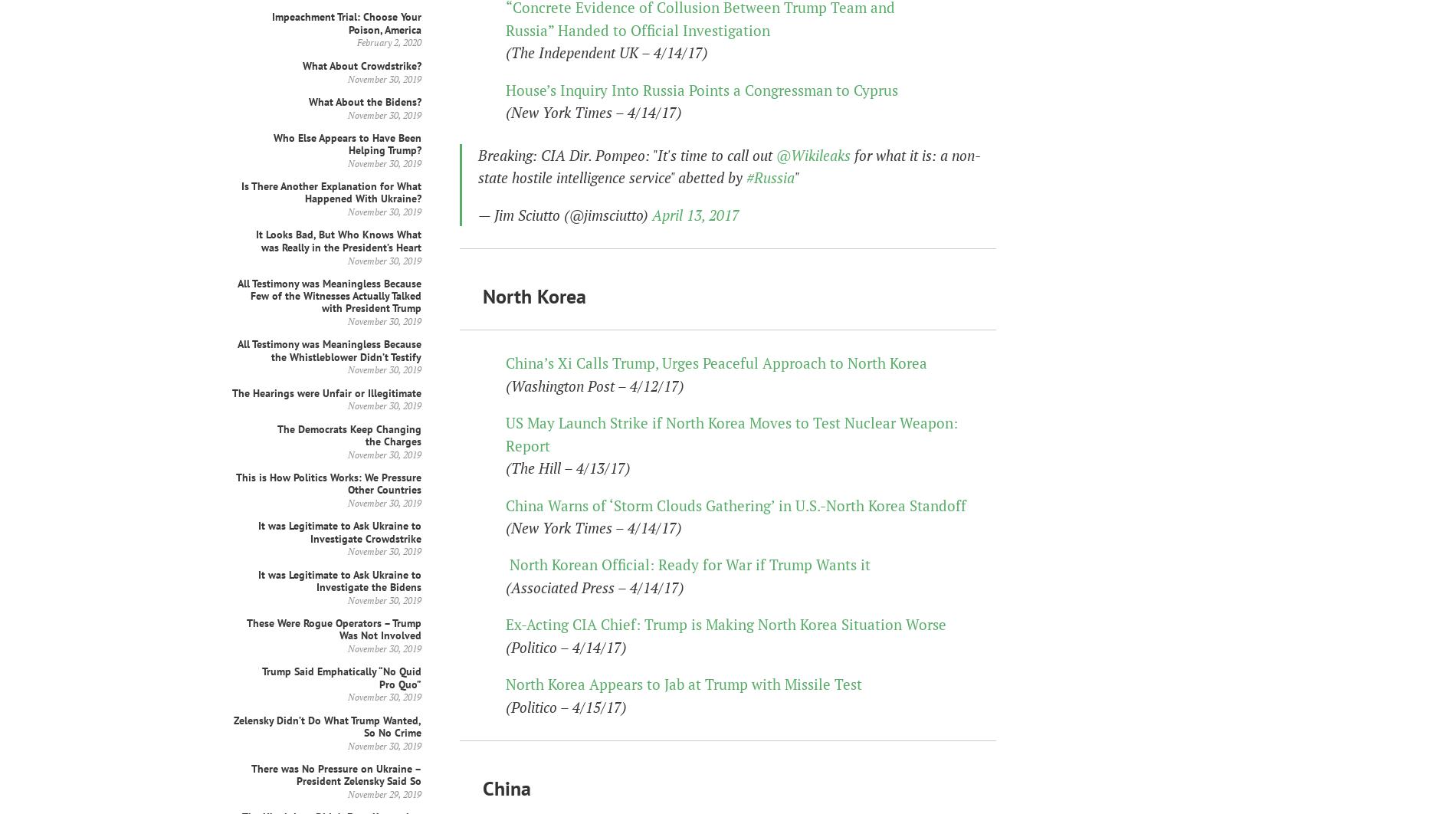  I want to click on 'This is How Politics Works: We Pressure Other Countries', so click(328, 483).